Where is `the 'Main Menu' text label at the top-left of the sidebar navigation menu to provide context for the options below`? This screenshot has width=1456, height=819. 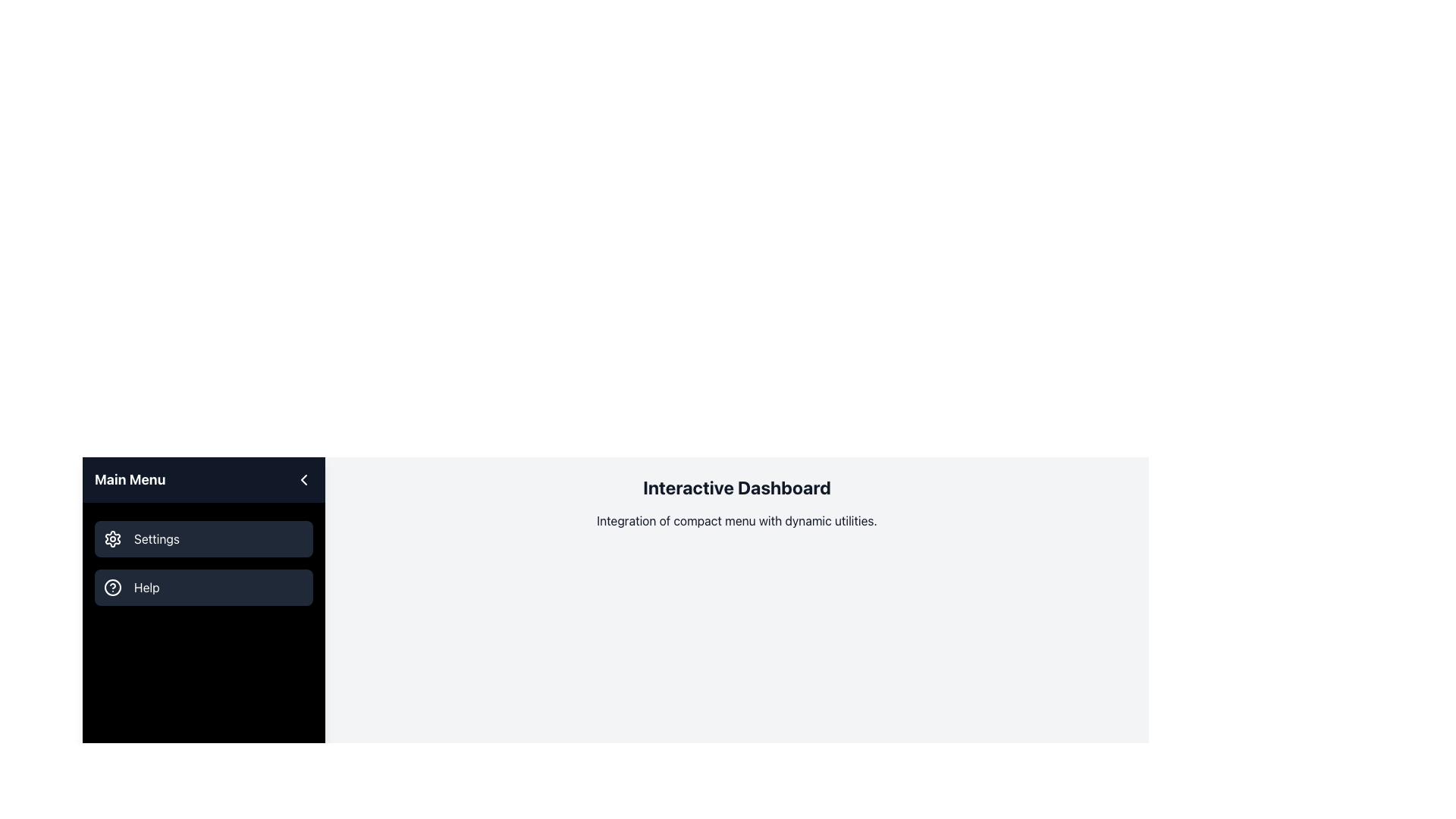
the 'Main Menu' text label at the top-left of the sidebar navigation menu to provide context for the options below is located at coordinates (130, 479).